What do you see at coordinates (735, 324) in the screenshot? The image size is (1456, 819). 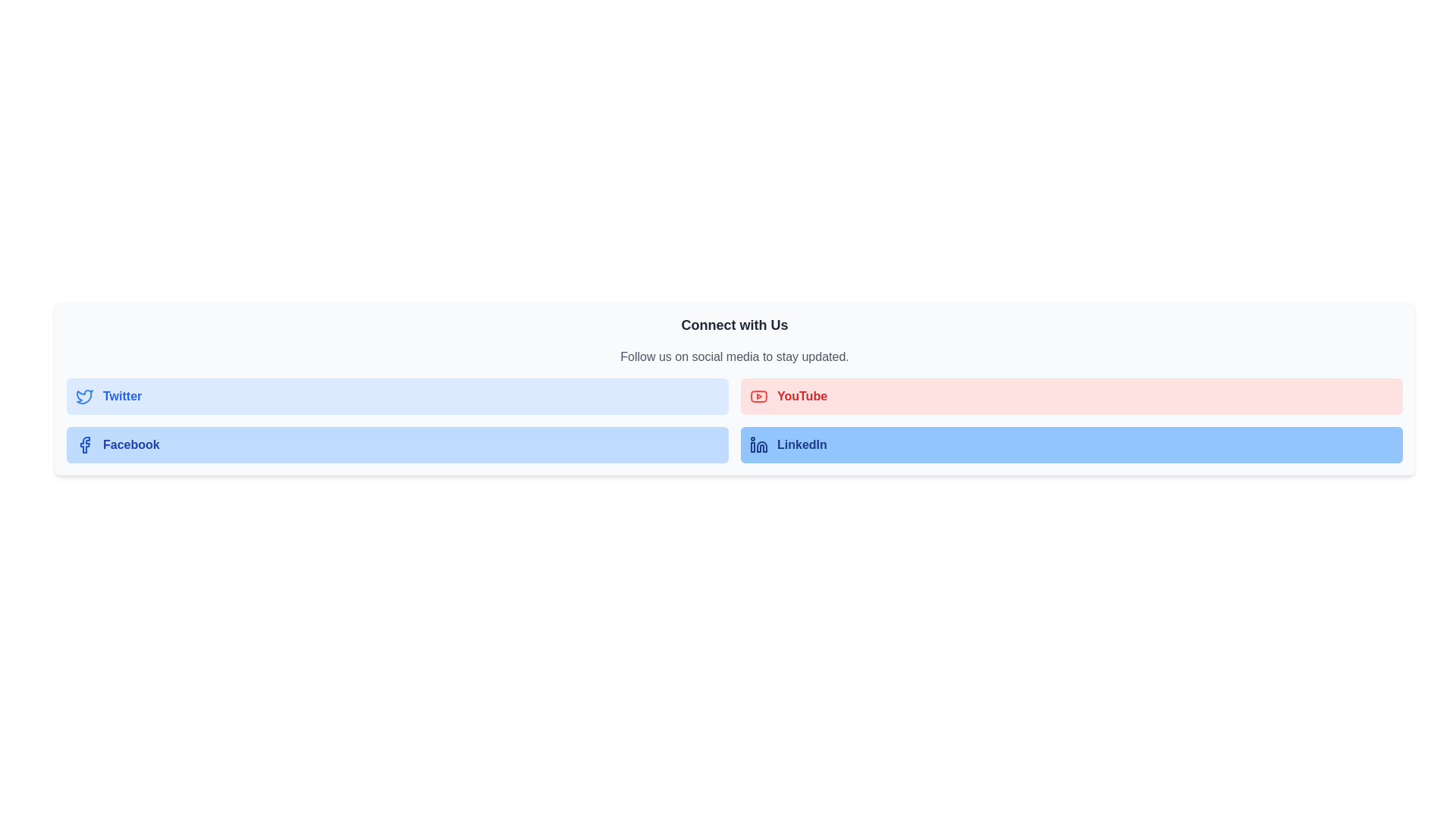 I see `the 'Connect with Us' text label, which is a bold sans-serif header in dark gray color located at the top of a section above descriptive text and social media links` at bounding box center [735, 324].